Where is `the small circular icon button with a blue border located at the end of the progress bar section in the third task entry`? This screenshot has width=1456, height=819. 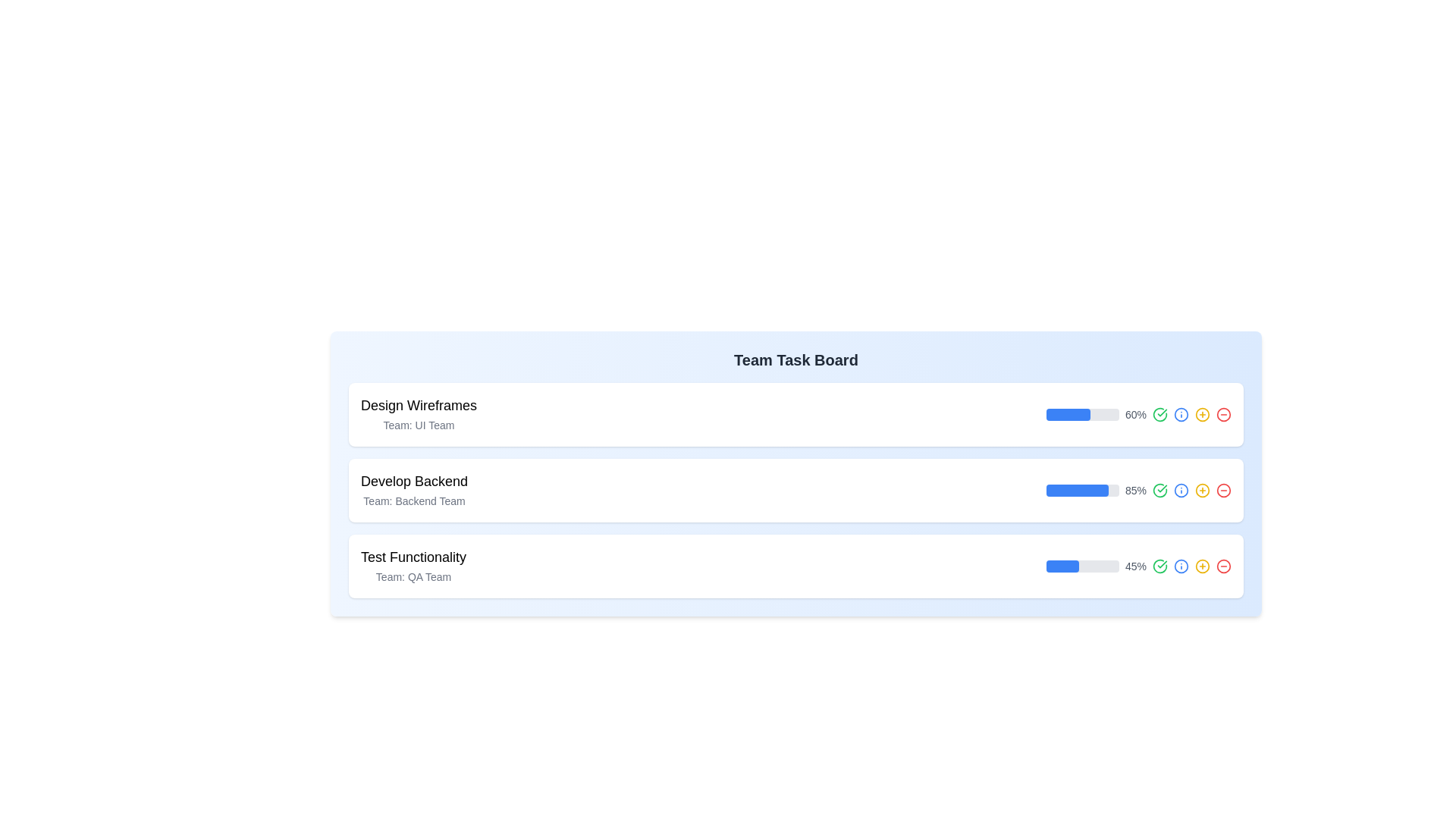
the small circular icon button with a blue border located at the end of the progress bar section in the third task entry is located at coordinates (1181, 566).